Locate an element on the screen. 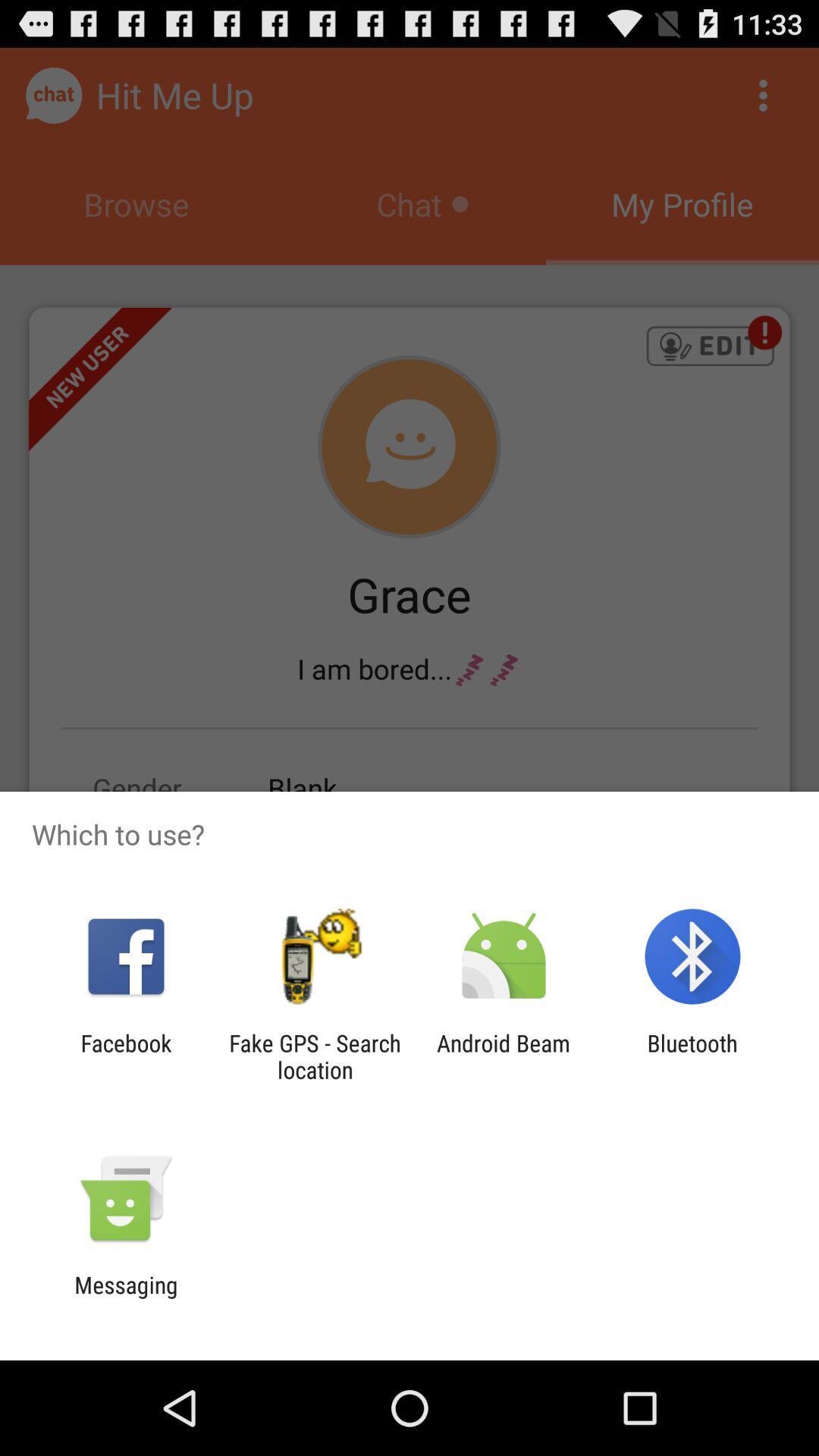  the messaging app is located at coordinates (125, 1298).